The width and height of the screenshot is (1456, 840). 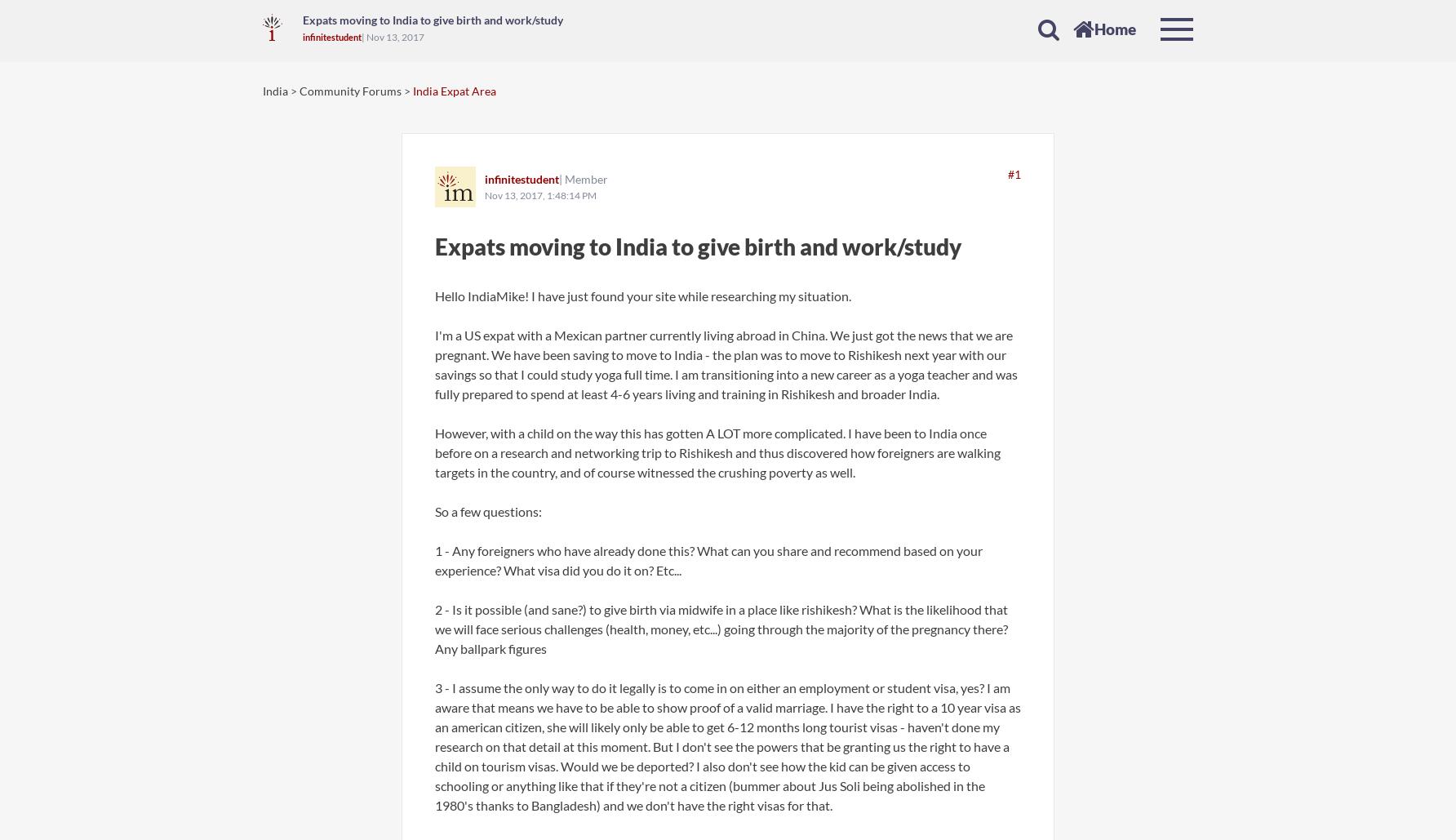 What do you see at coordinates (559, 179) in the screenshot?
I see `'| Member'` at bounding box center [559, 179].